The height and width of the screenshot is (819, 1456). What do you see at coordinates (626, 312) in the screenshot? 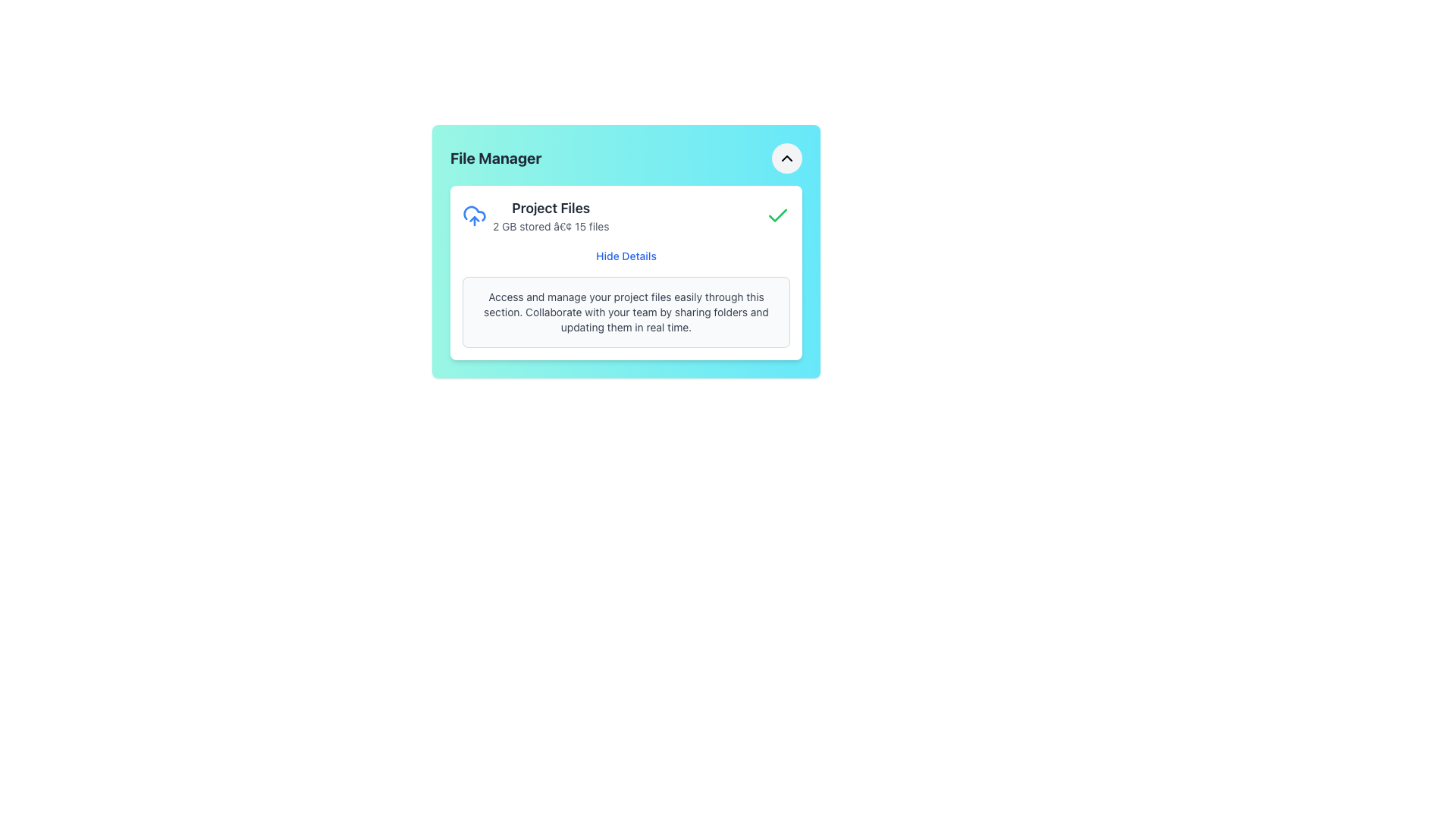
I see `the Informational Text Block that describes managing project files, which is located below the 'Hide Details' link in the 'Project Files' section` at bounding box center [626, 312].